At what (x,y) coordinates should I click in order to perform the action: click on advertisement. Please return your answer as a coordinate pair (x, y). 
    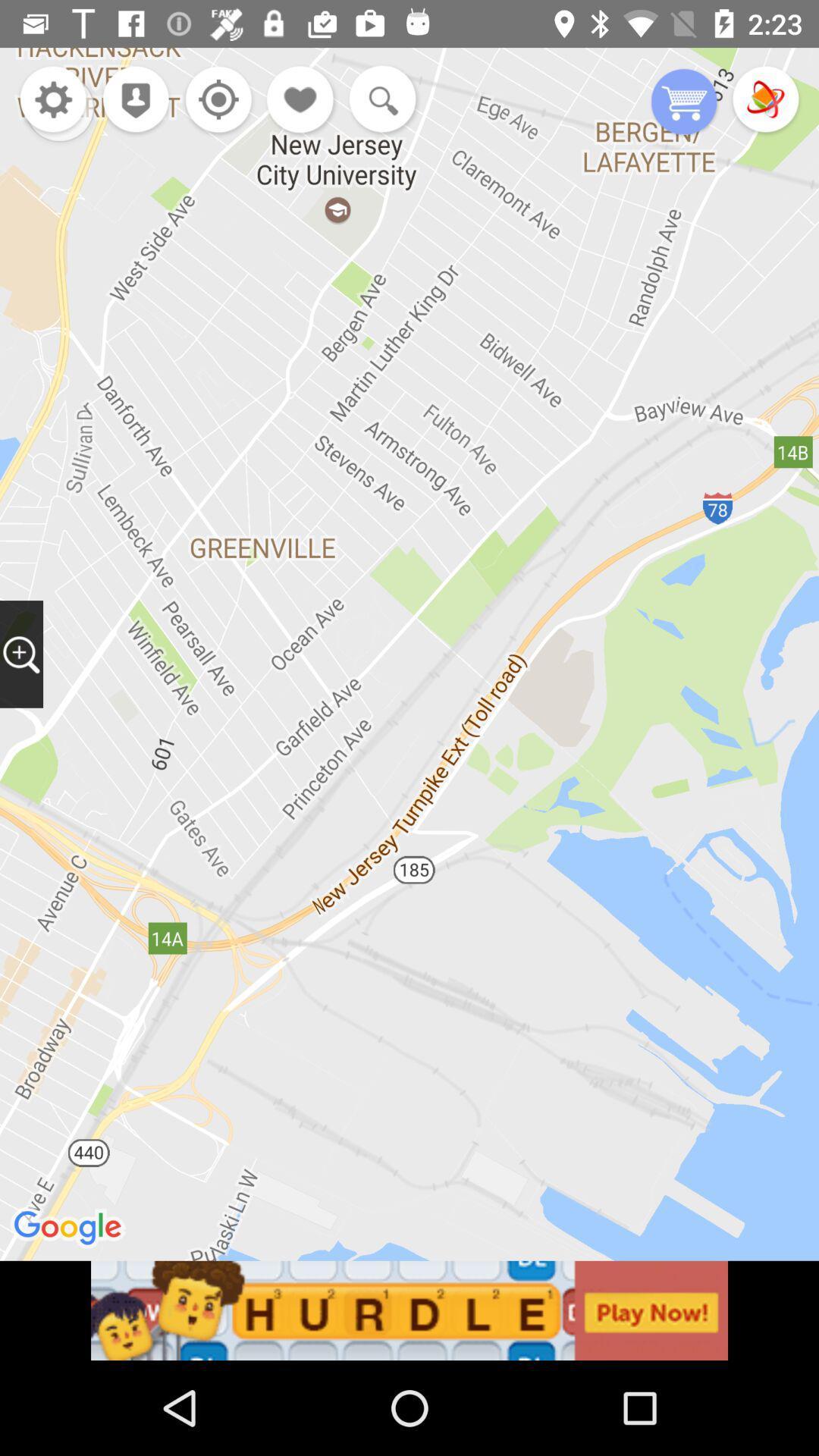
    Looking at the image, I should click on (409, 1310).